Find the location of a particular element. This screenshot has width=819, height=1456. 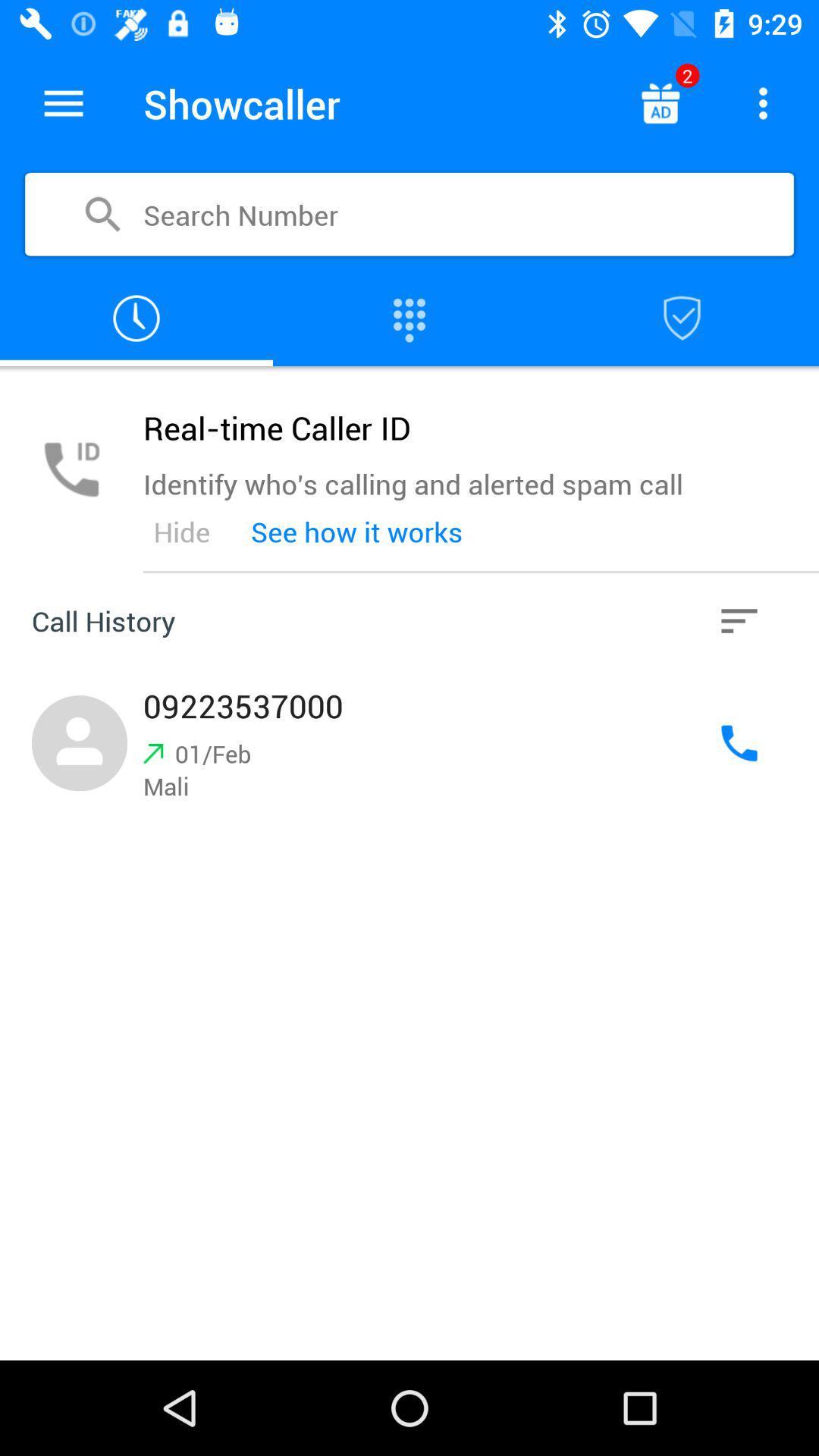

call option is located at coordinates (739, 743).